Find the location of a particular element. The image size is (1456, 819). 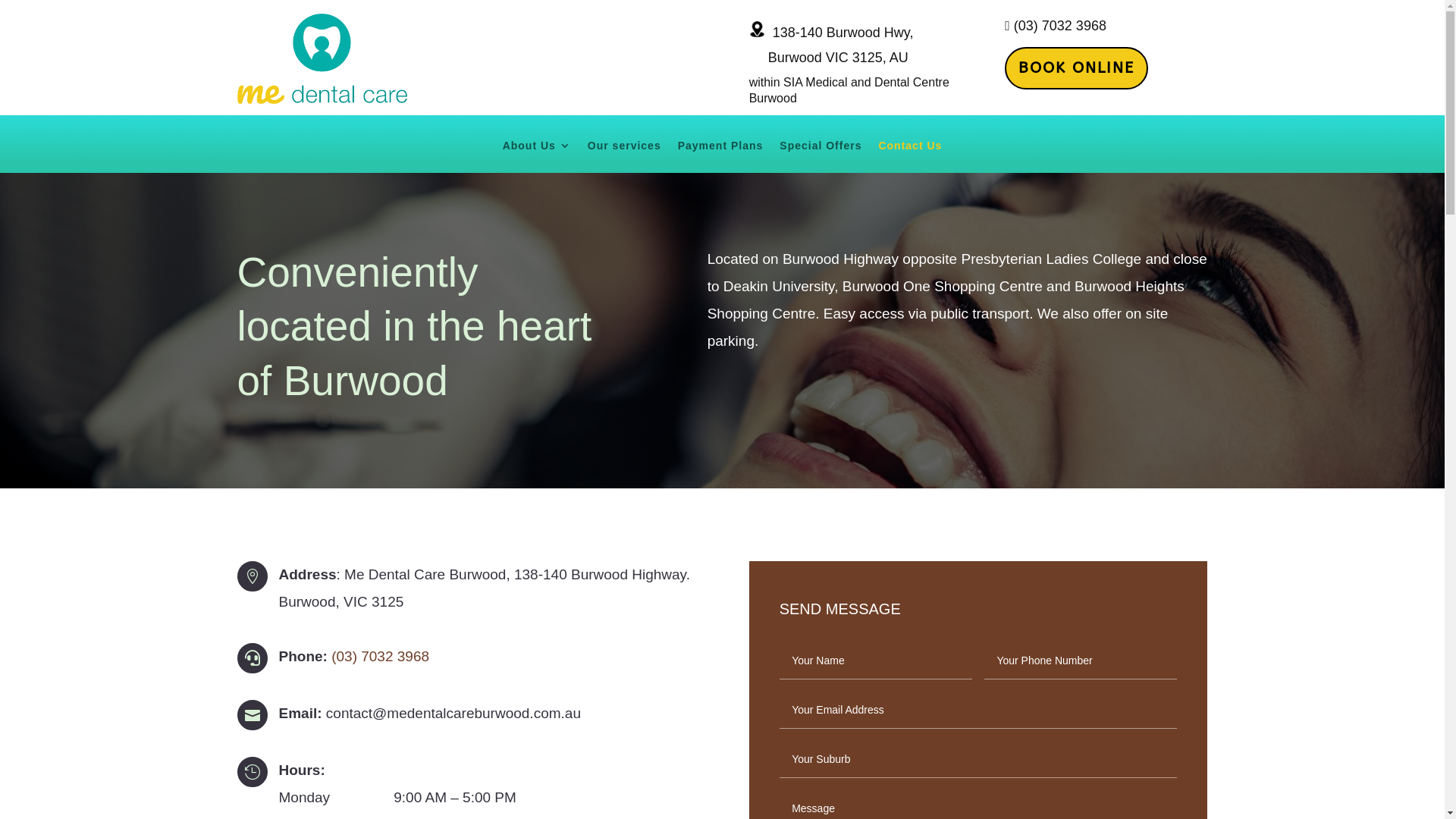

'Special Offers' is located at coordinates (819, 156).